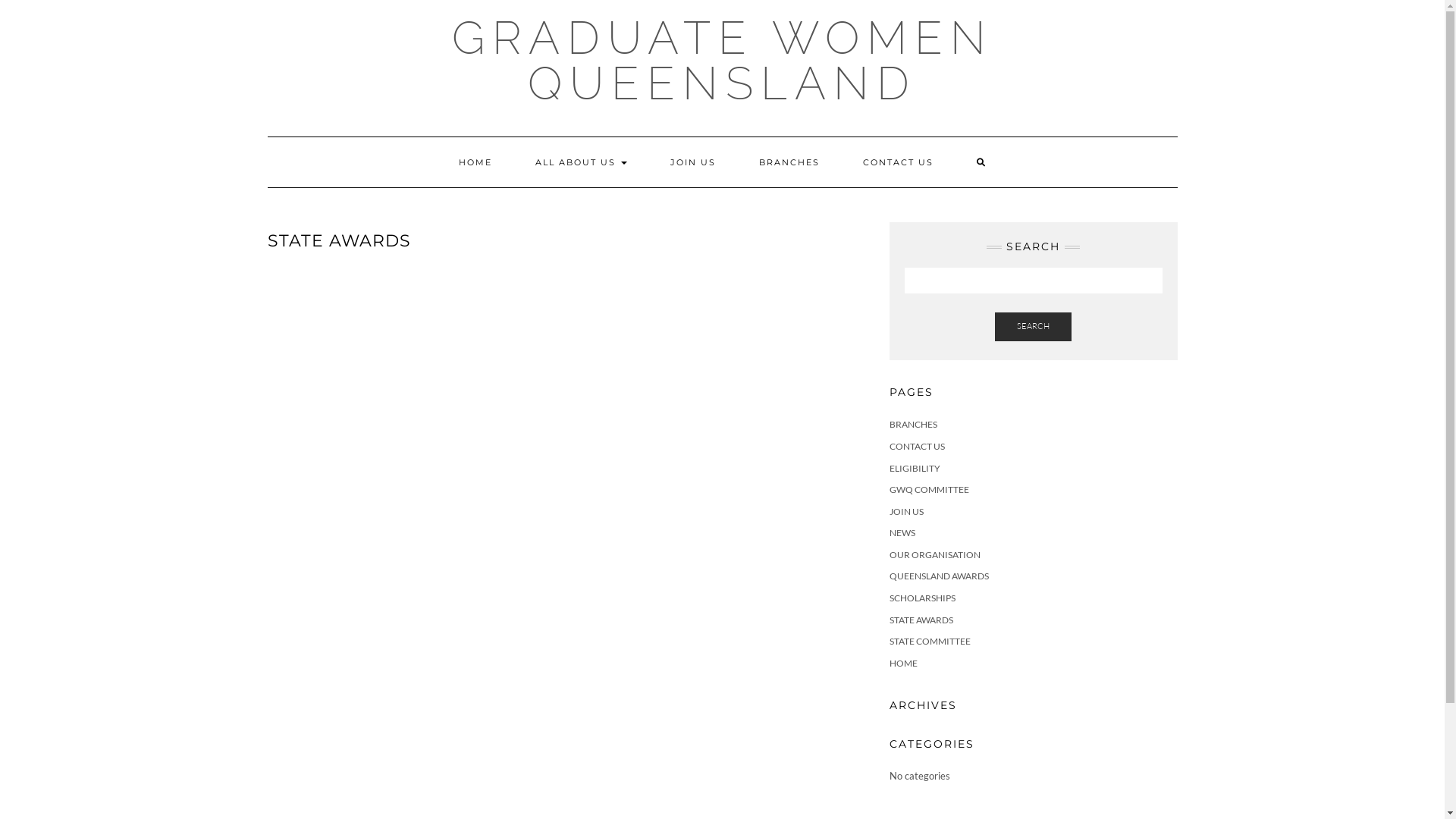 This screenshot has width=1456, height=819. What do you see at coordinates (897, 162) in the screenshot?
I see `'CONTACT US'` at bounding box center [897, 162].